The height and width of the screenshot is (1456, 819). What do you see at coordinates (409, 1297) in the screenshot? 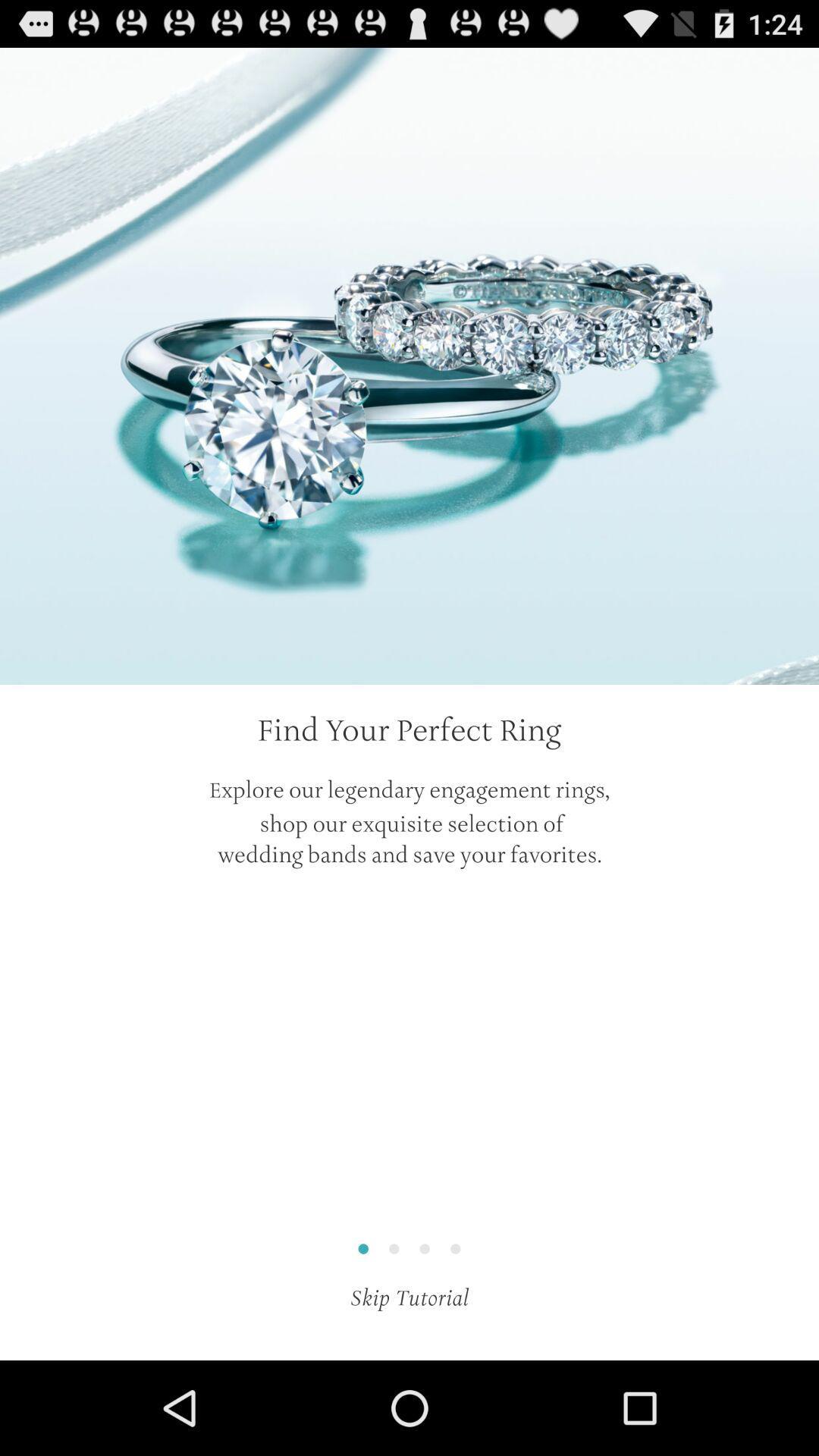
I see `skip tutorial item` at bounding box center [409, 1297].